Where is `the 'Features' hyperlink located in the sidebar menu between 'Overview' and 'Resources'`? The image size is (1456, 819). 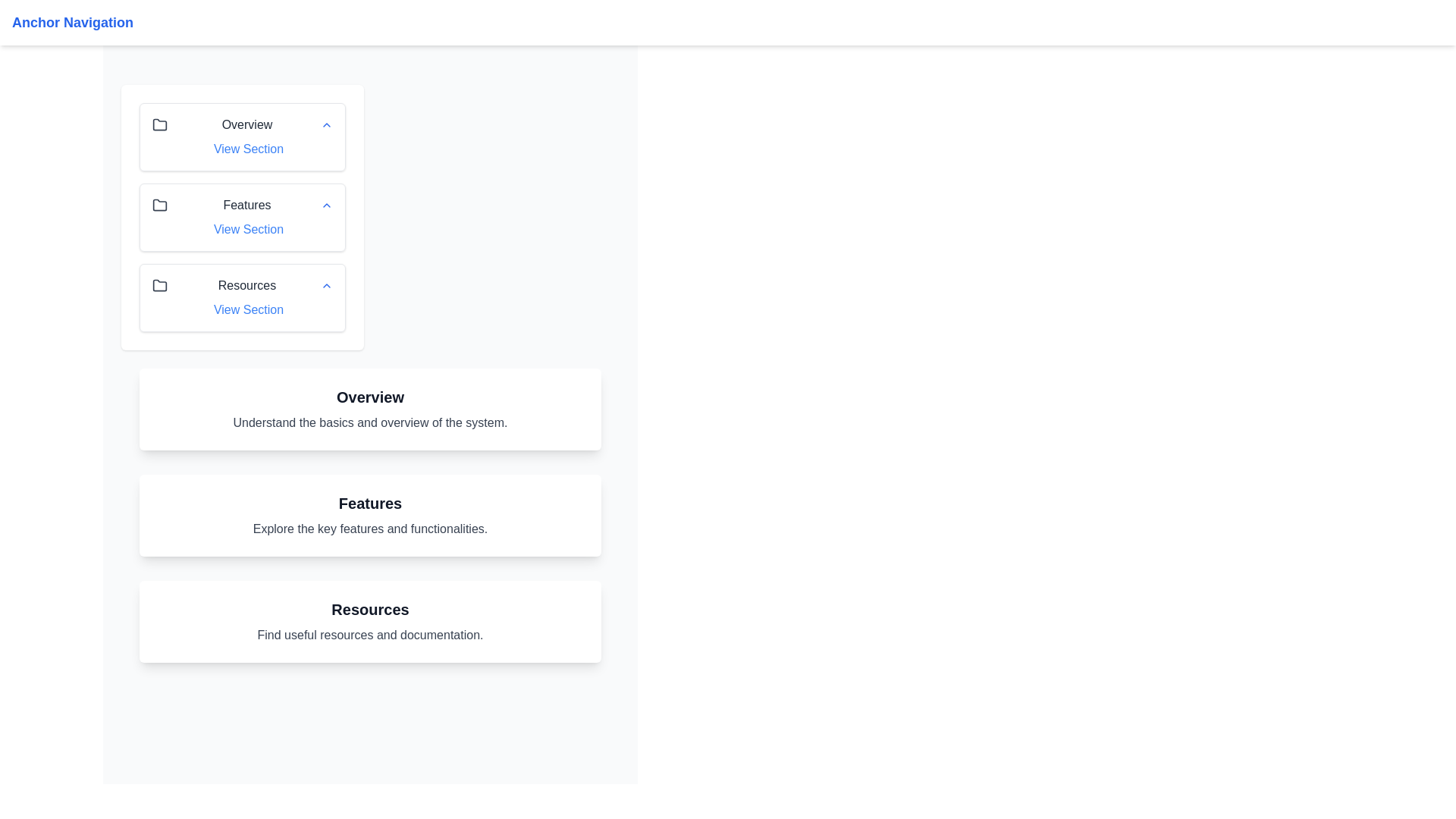 the 'Features' hyperlink located in the sidebar menu between 'Overview' and 'Resources' is located at coordinates (248, 230).